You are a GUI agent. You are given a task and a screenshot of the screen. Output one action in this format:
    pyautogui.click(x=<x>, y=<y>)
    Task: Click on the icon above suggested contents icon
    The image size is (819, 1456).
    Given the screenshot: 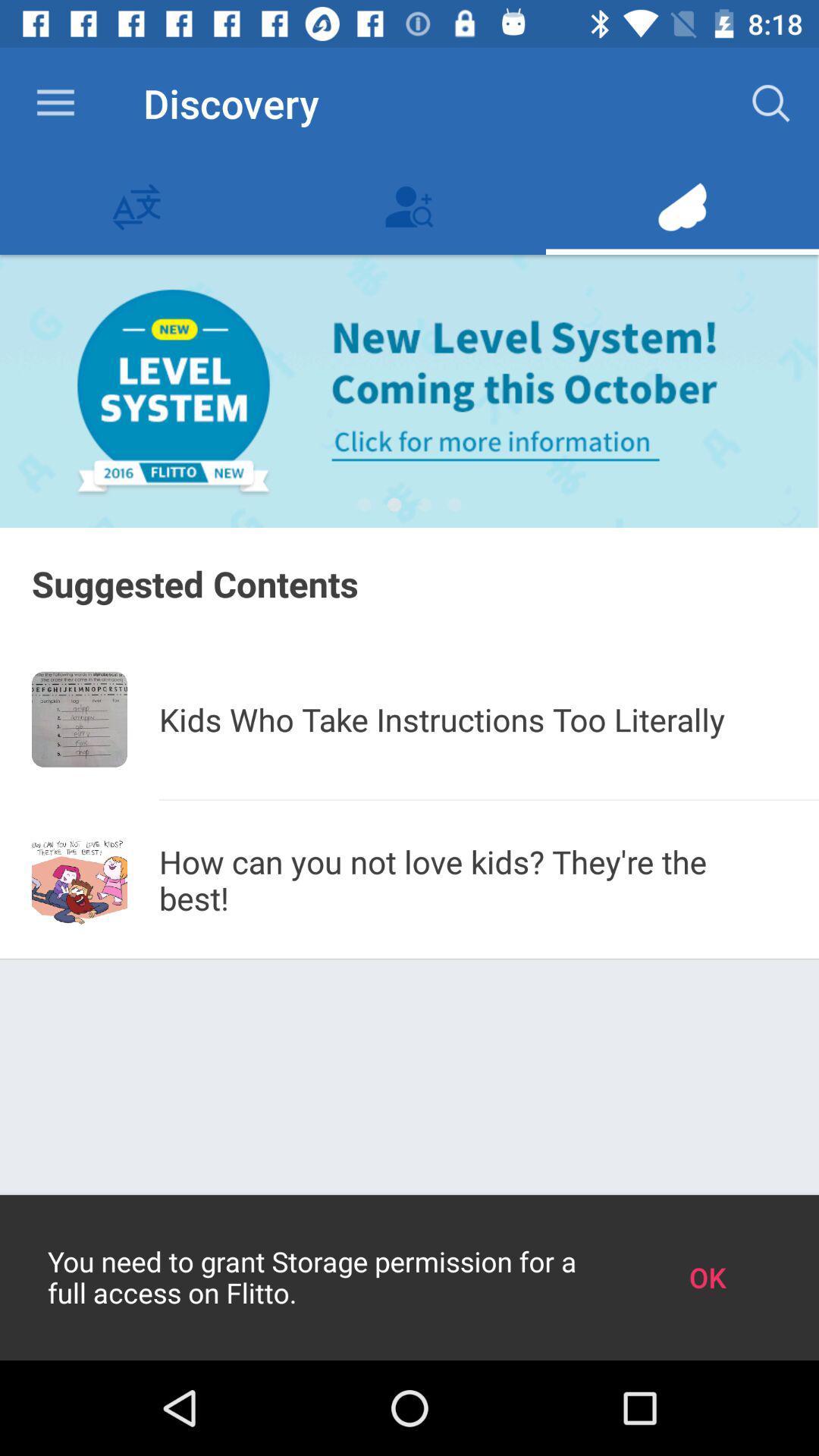 What is the action you would take?
    pyautogui.click(x=394, y=504)
    